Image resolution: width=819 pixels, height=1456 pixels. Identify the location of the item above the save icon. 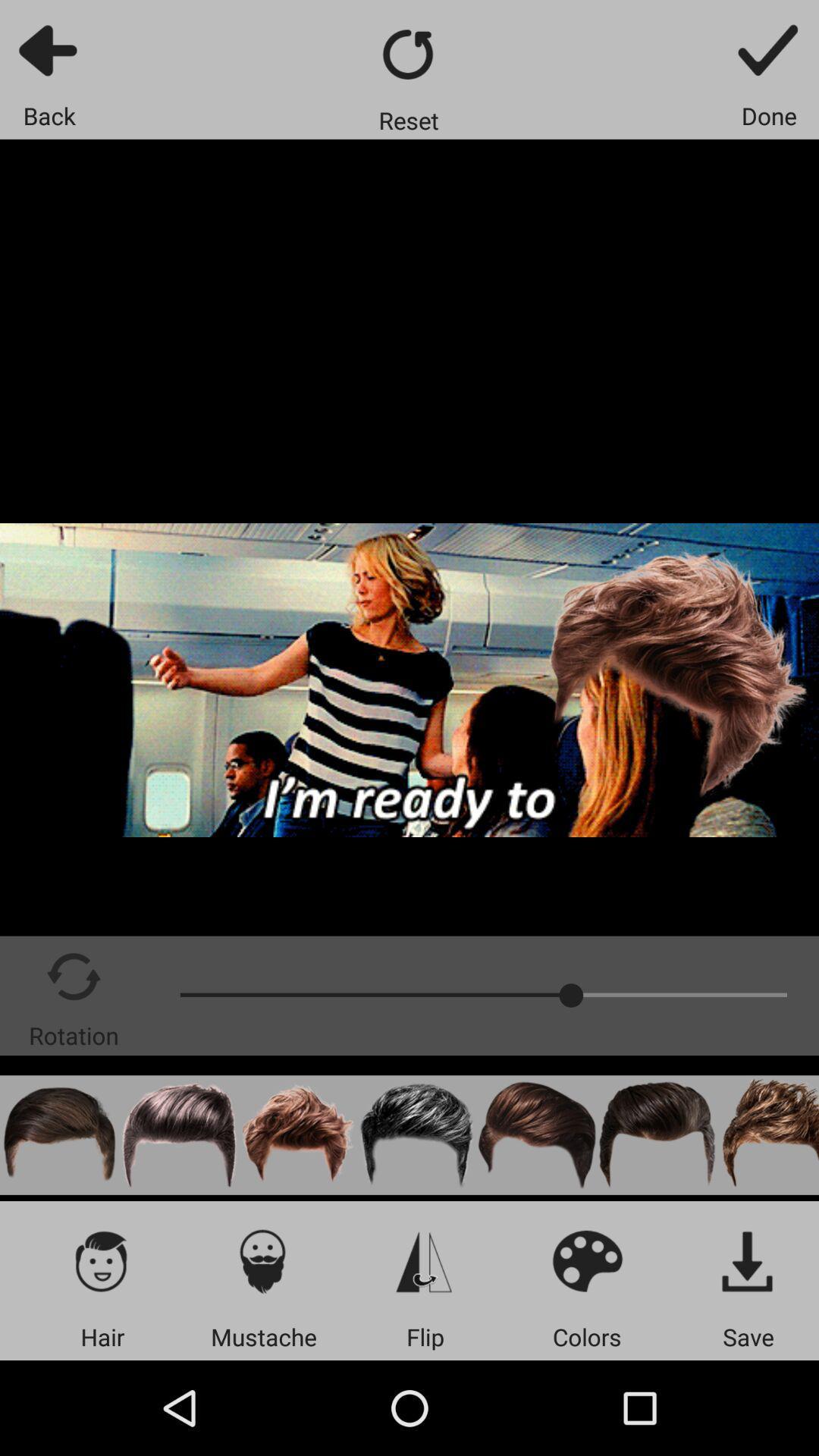
(748, 1260).